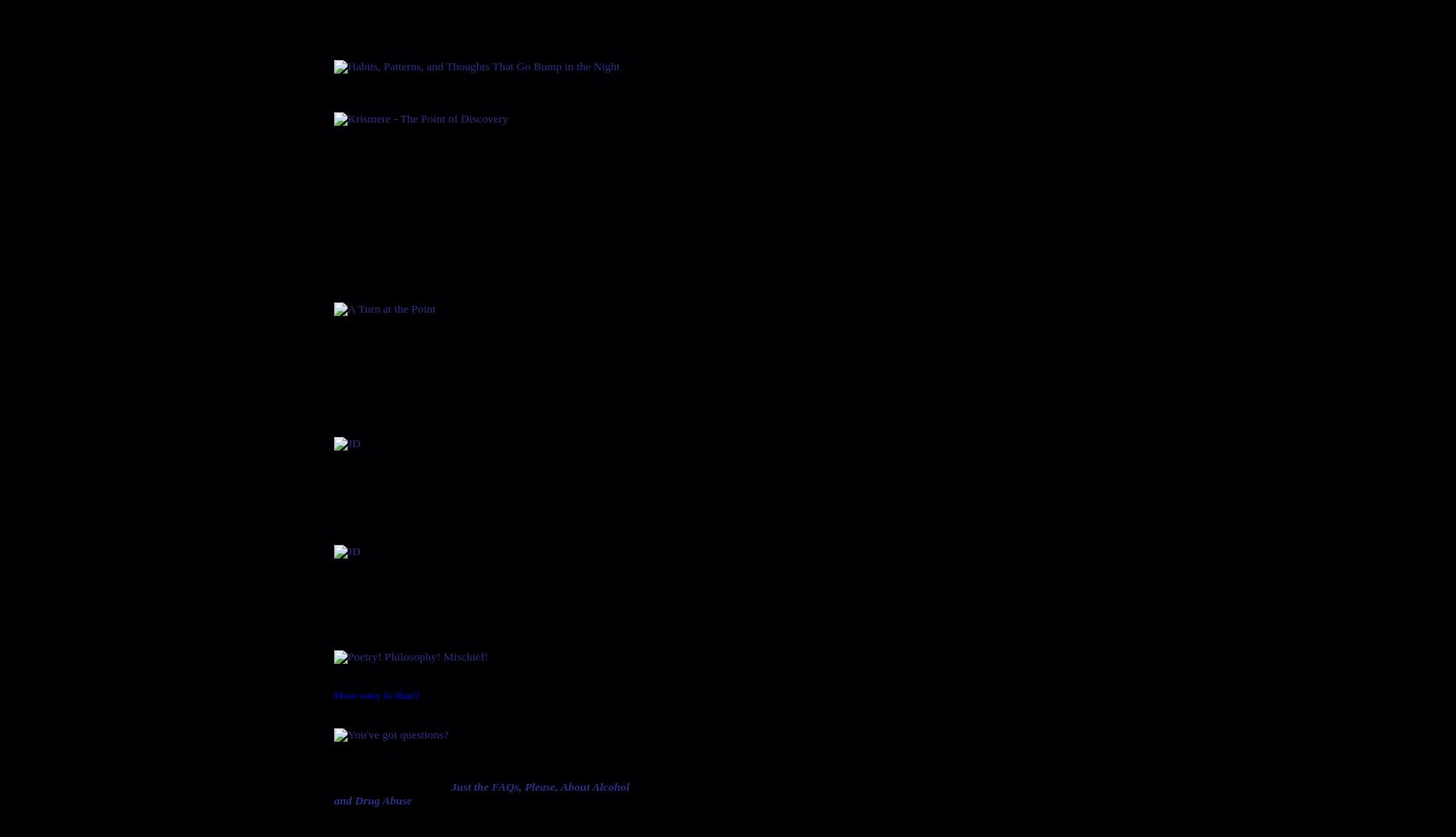  What do you see at coordinates (398, 564) in the screenshot?
I see `'For those who prefer Kindle'` at bounding box center [398, 564].